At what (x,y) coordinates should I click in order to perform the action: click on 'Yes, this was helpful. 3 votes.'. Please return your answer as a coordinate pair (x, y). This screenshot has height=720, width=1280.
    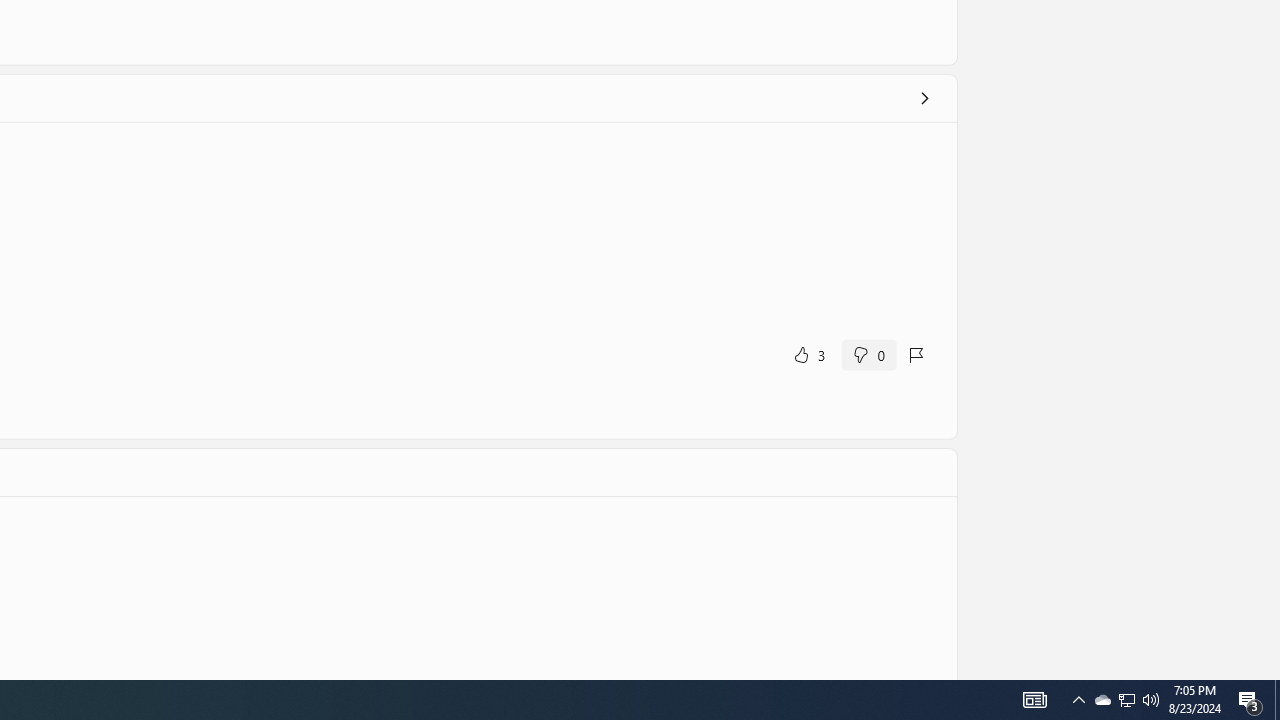
    Looking at the image, I should click on (808, 353).